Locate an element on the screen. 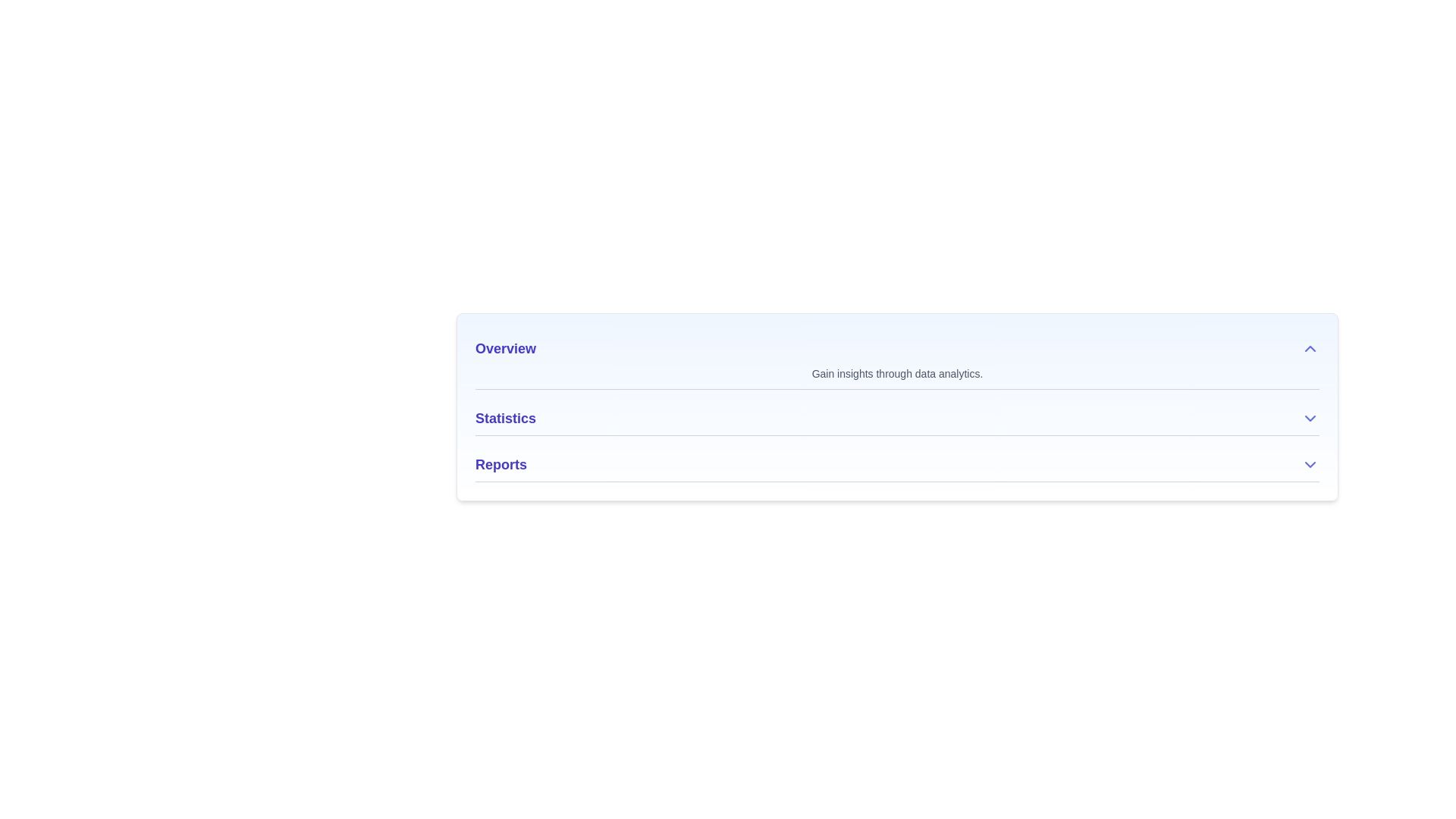 The height and width of the screenshot is (819, 1456). the 'Reports' Collapsible Section Header using keyboard inputs is located at coordinates (897, 464).